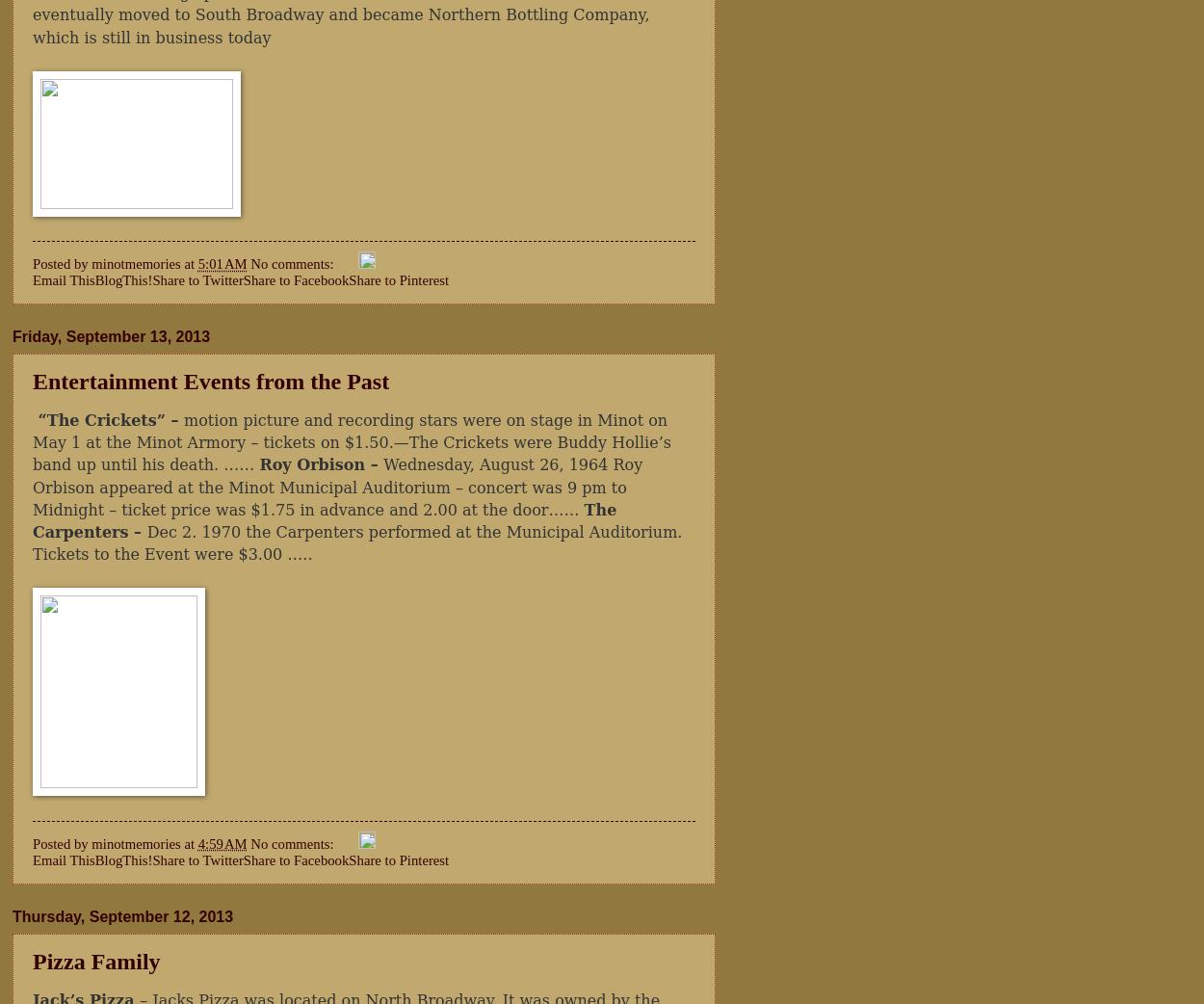 The height and width of the screenshot is (1004, 1204). Describe the element at coordinates (210, 380) in the screenshot. I see `'Entertainment Events from the Past'` at that location.